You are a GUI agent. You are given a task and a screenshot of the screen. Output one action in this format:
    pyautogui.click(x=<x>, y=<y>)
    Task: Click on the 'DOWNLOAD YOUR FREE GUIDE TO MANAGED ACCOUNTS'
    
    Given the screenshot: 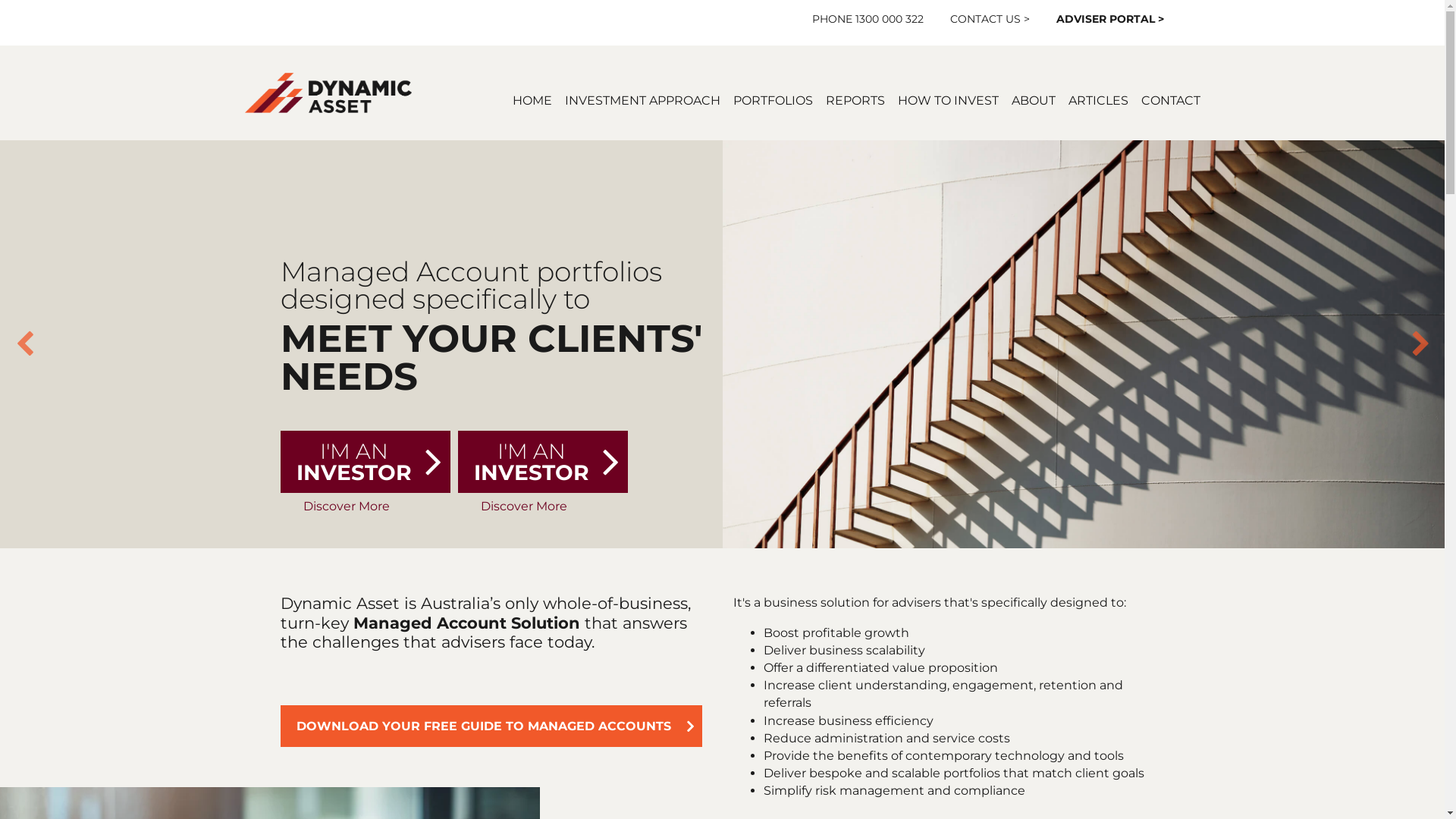 What is the action you would take?
    pyautogui.click(x=491, y=725)
    